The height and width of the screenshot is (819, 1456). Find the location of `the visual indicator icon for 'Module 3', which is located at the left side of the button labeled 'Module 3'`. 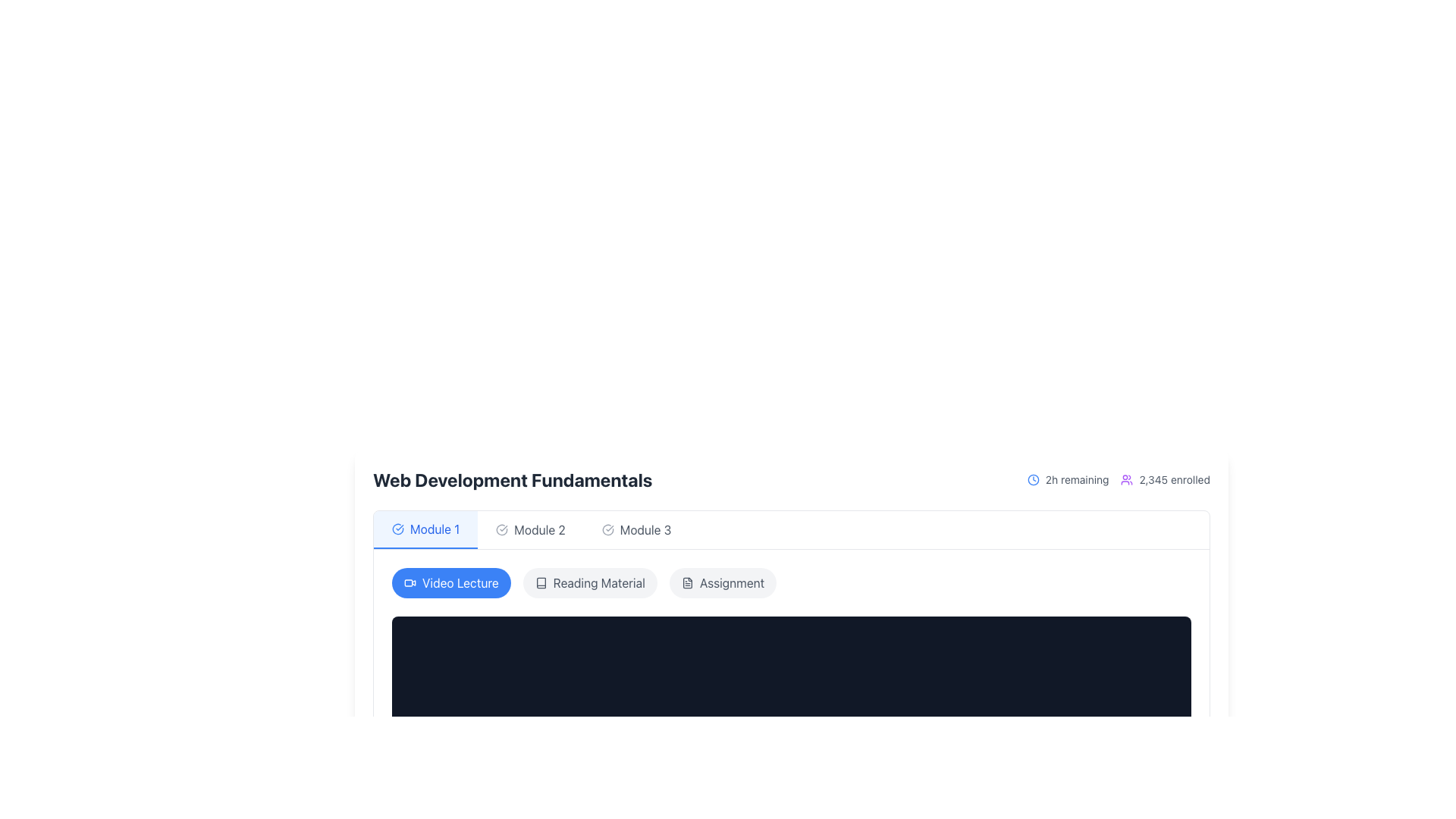

the visual indicator icon for 'Module 3', which is located at the left side of the button labeled 'Module 3' is located at coordinates (607, 529).